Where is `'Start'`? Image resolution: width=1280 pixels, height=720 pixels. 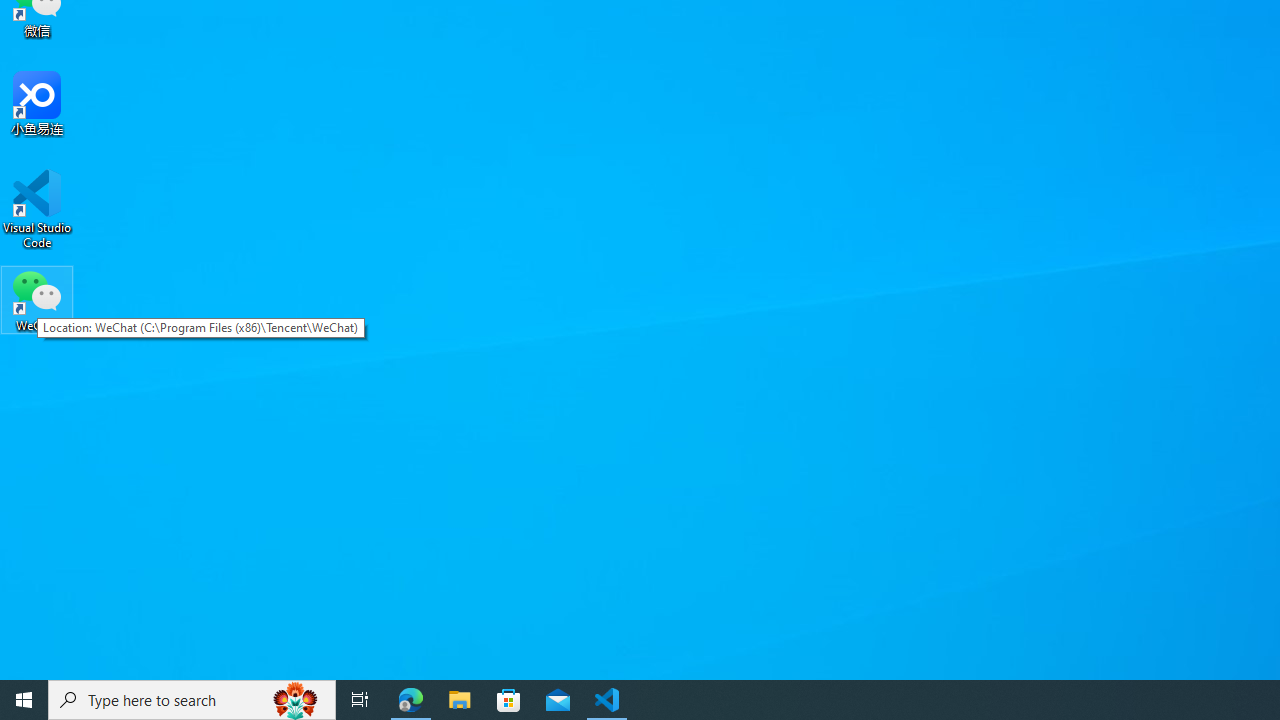 'Start' is located at coordinates (24, 698).